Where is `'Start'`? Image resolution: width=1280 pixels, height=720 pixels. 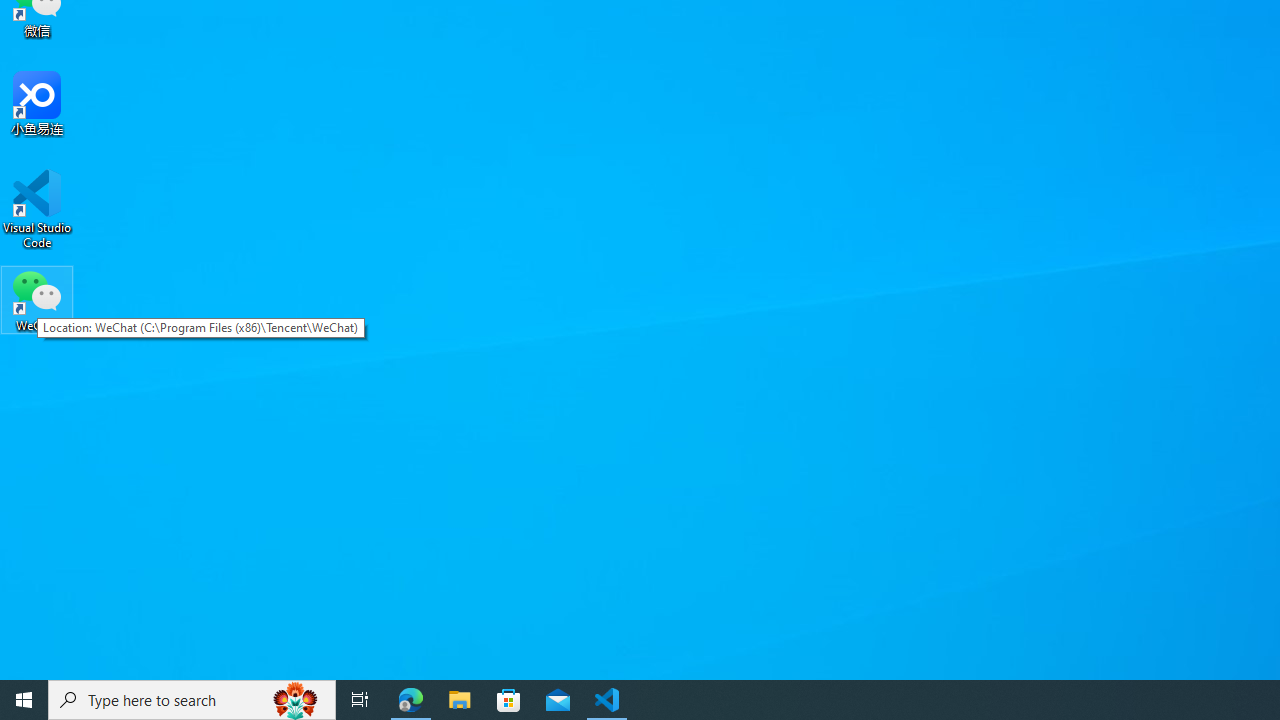 'Start' is located at coordinates (24, 698).